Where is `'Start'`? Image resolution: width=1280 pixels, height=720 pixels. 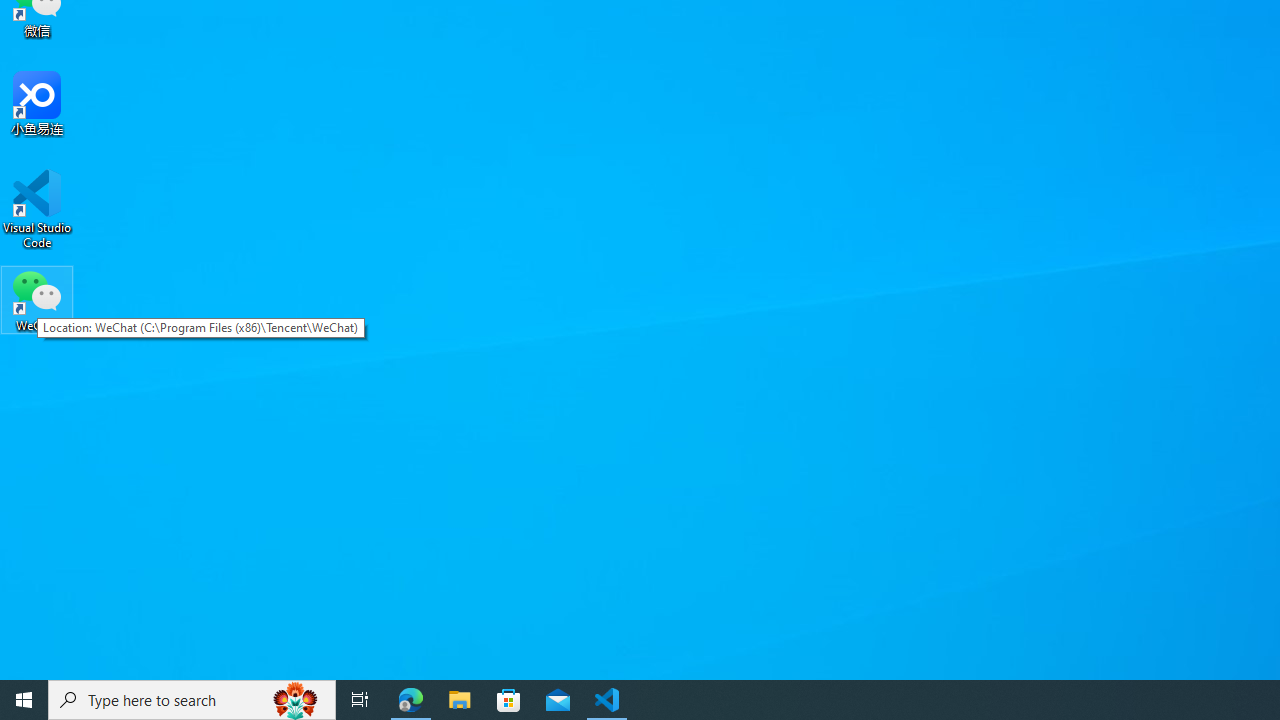 'Start' is located at coordinates (24, 698).